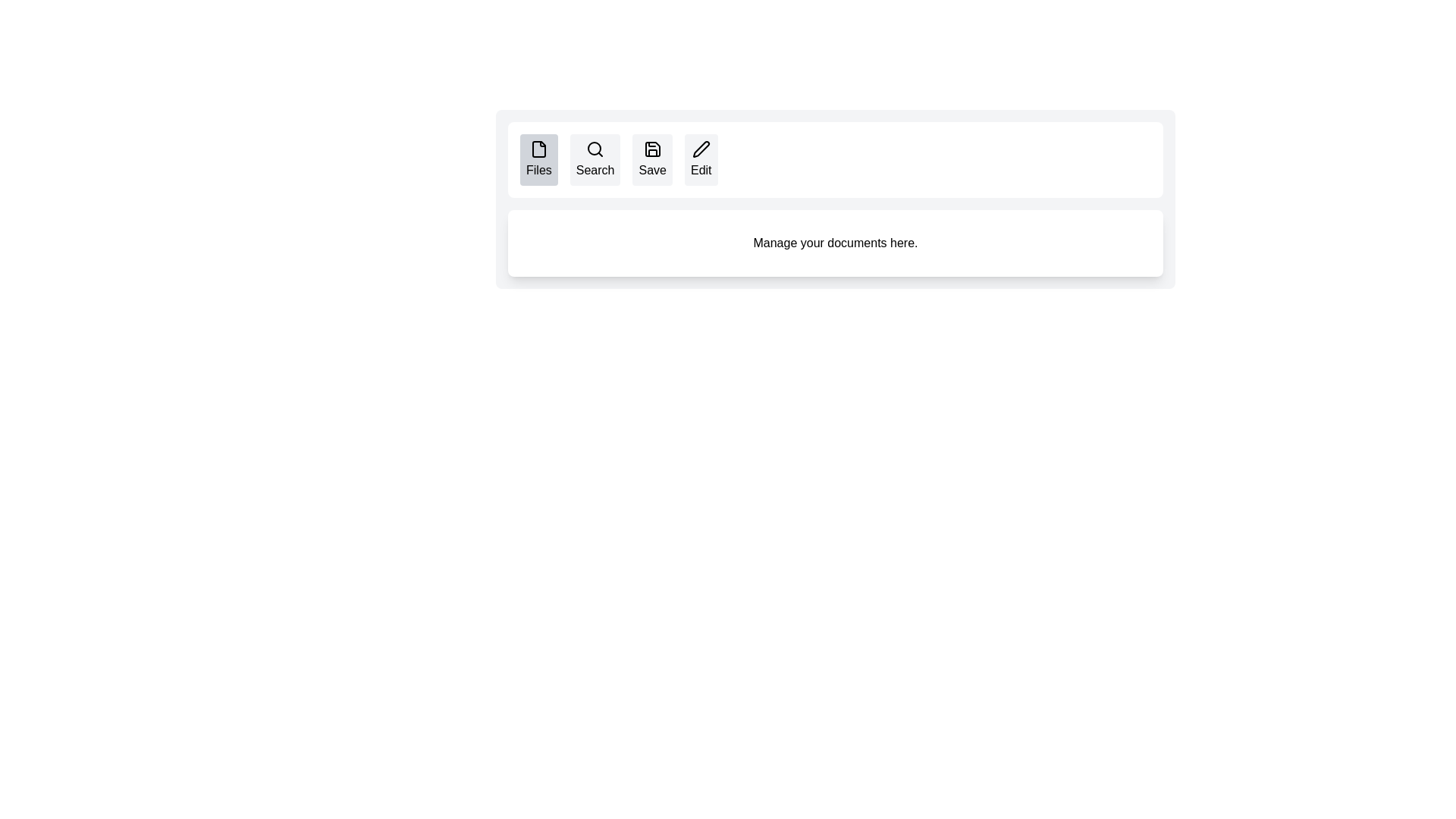 The width and height of the screenshot is (1456, 819). I want to click on the tab labeled Files, so click(538, 160).